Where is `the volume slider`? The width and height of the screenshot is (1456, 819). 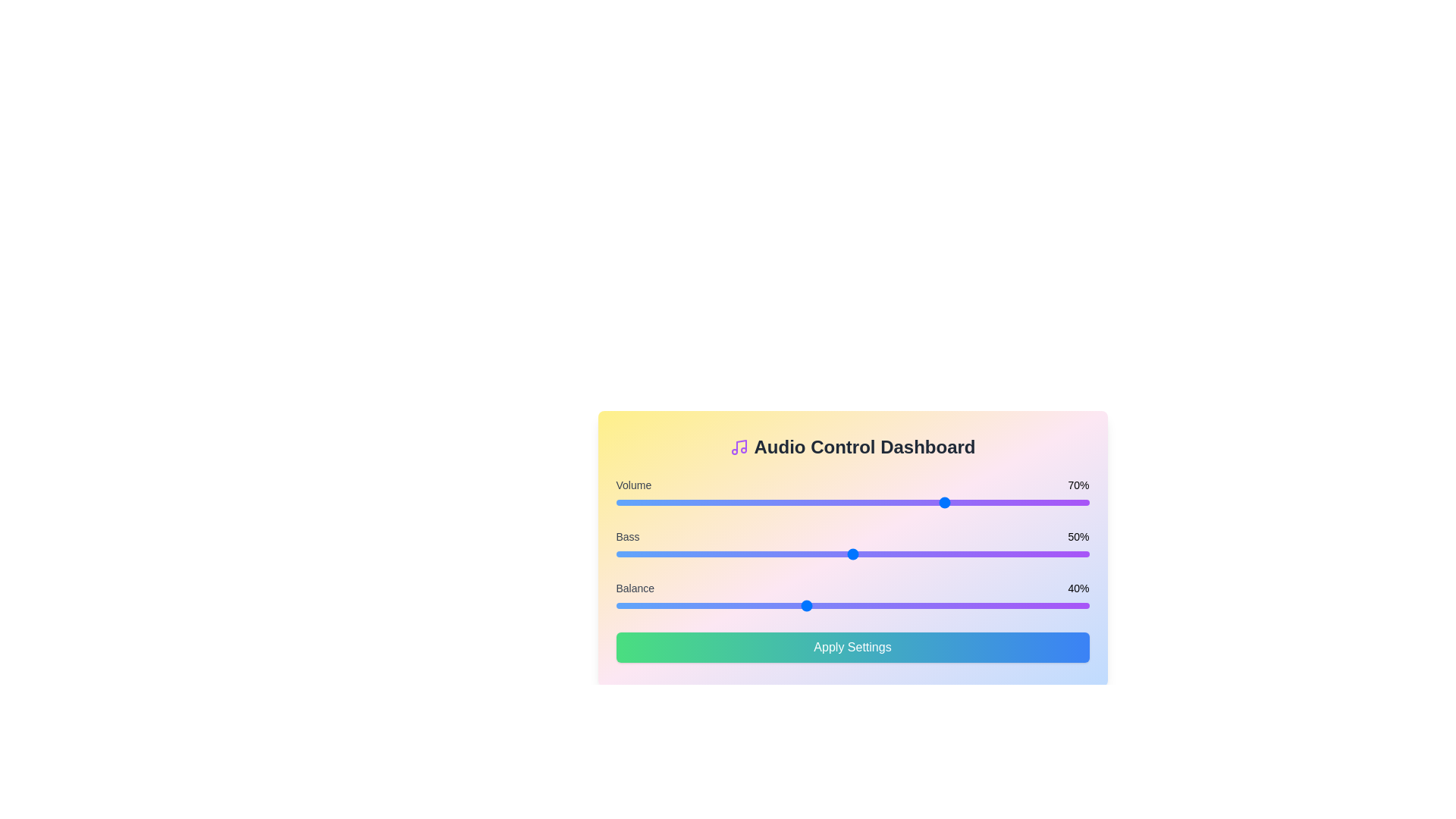
the volume slider is located at coordinates (818, 503).